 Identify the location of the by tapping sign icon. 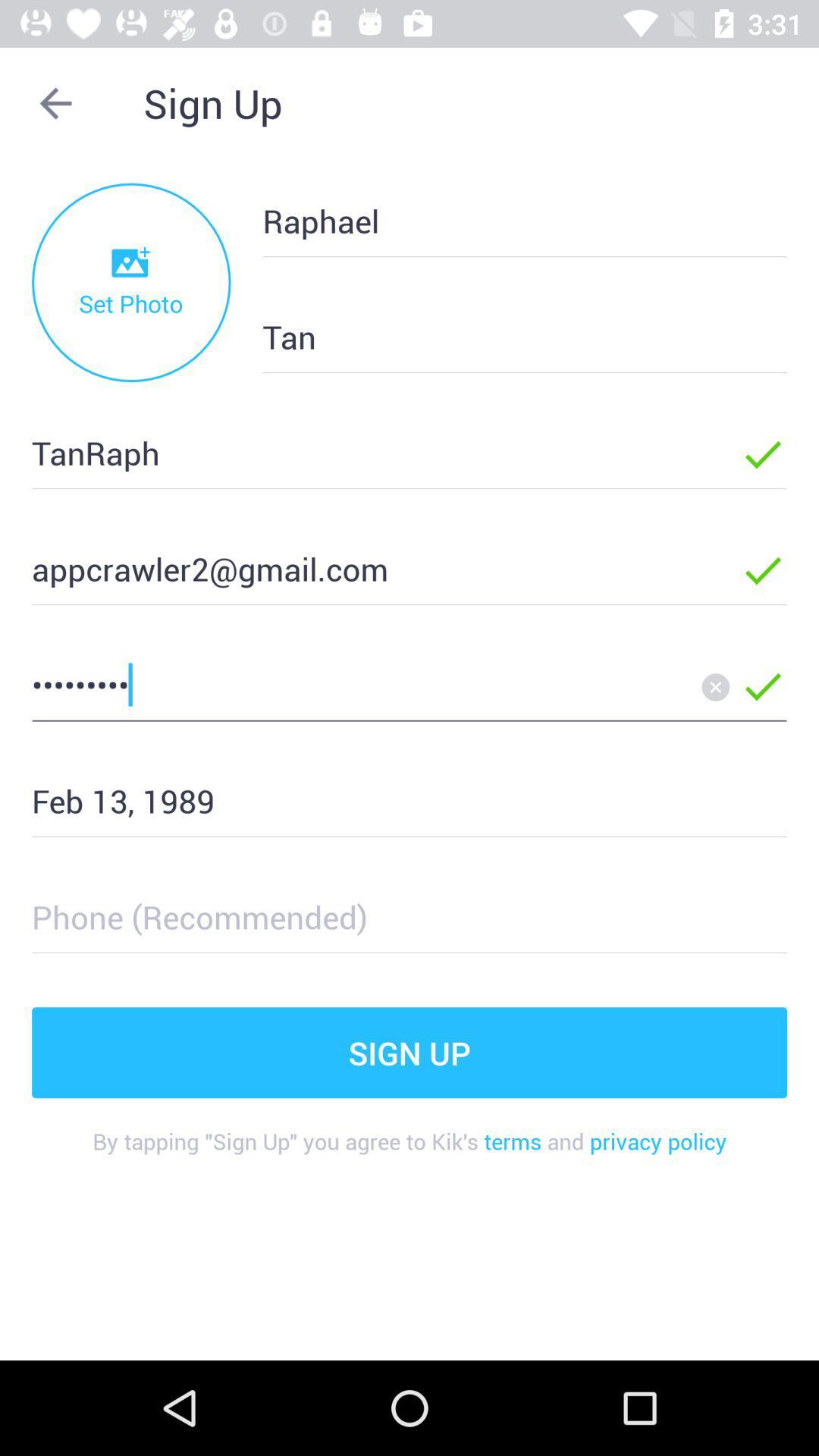
(409, 1153).